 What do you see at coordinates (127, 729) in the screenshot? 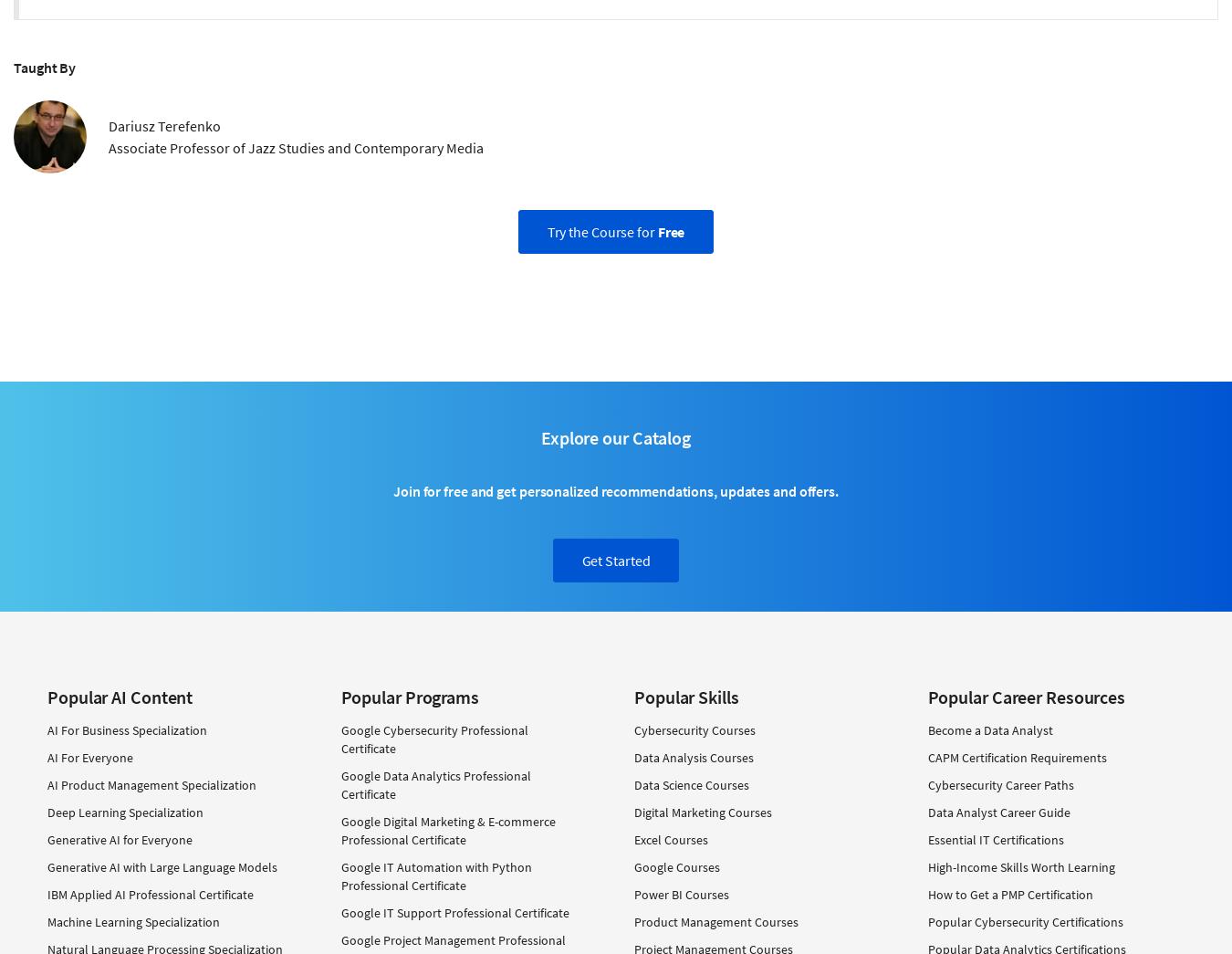
I see `'AI For Business Specialization'` at bounding box center [127, 729].